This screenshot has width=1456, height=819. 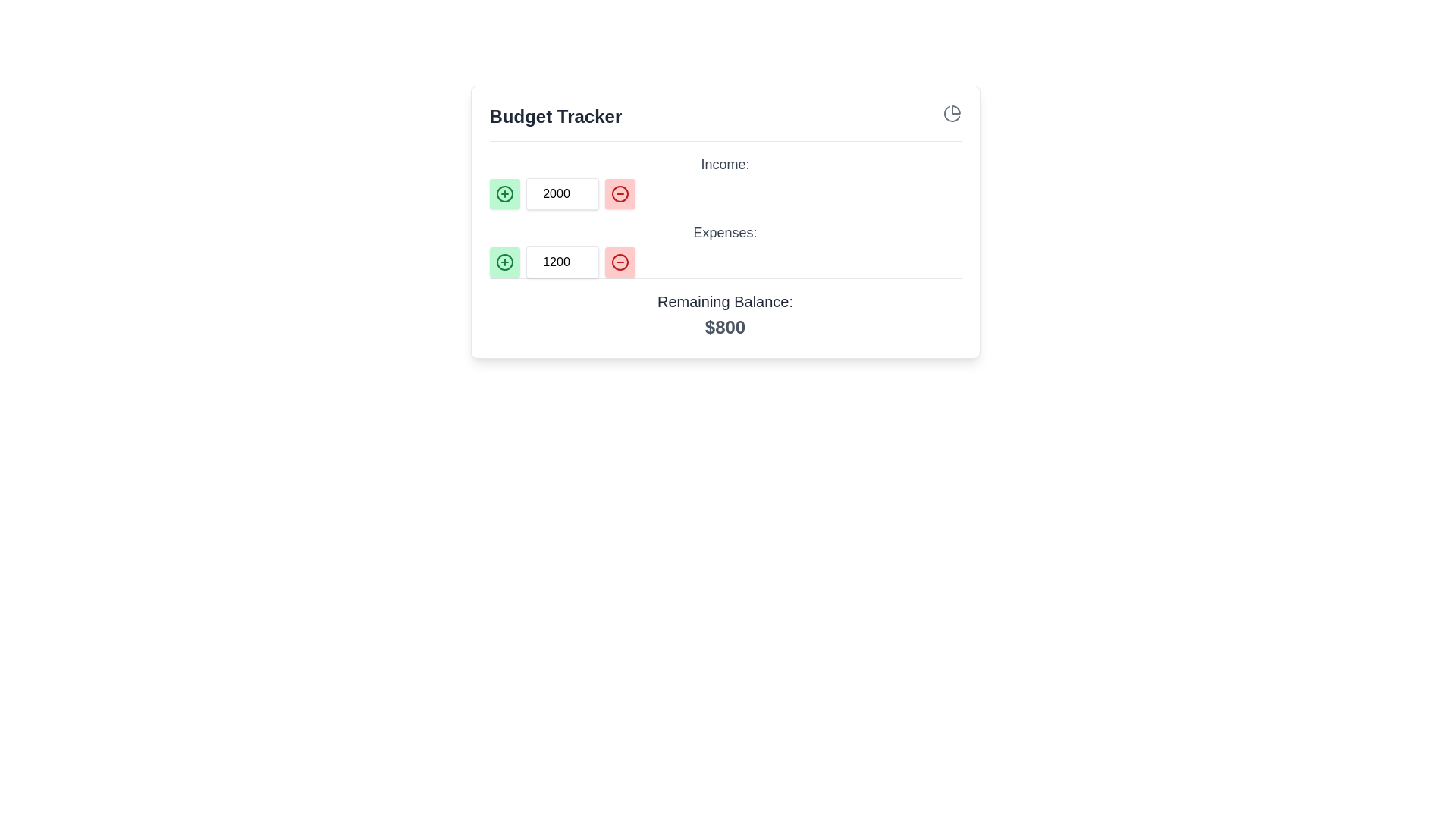 What do you see at coordinates (620, 262) in the screenshot?
I see `the second 'remove' button located within the red-colored controls in the expense tracking interface` at bounding box center [620, 262].